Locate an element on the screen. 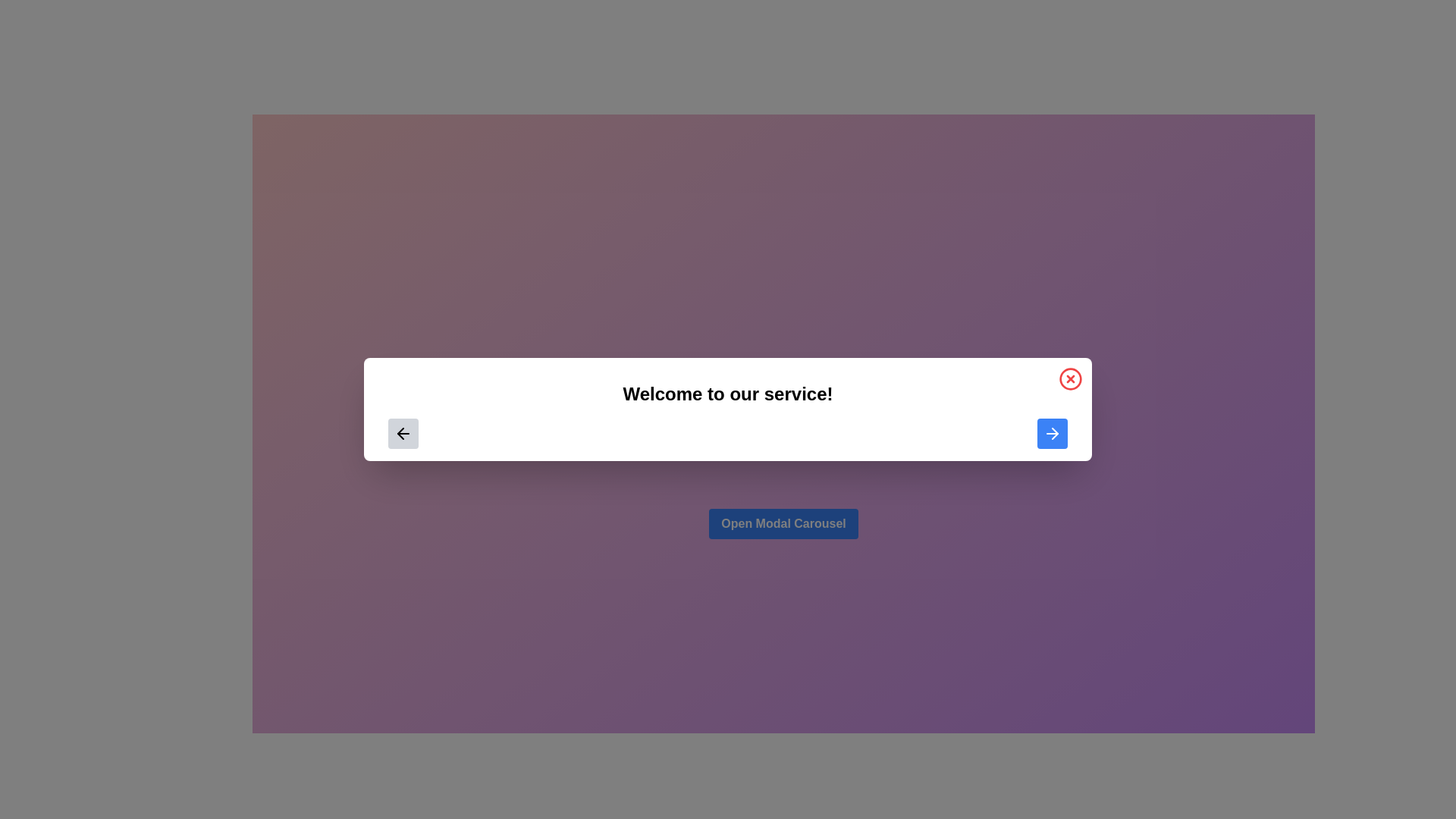  the close button located in the top-right corner of the dialog box is located at coordinates (1069, 378).